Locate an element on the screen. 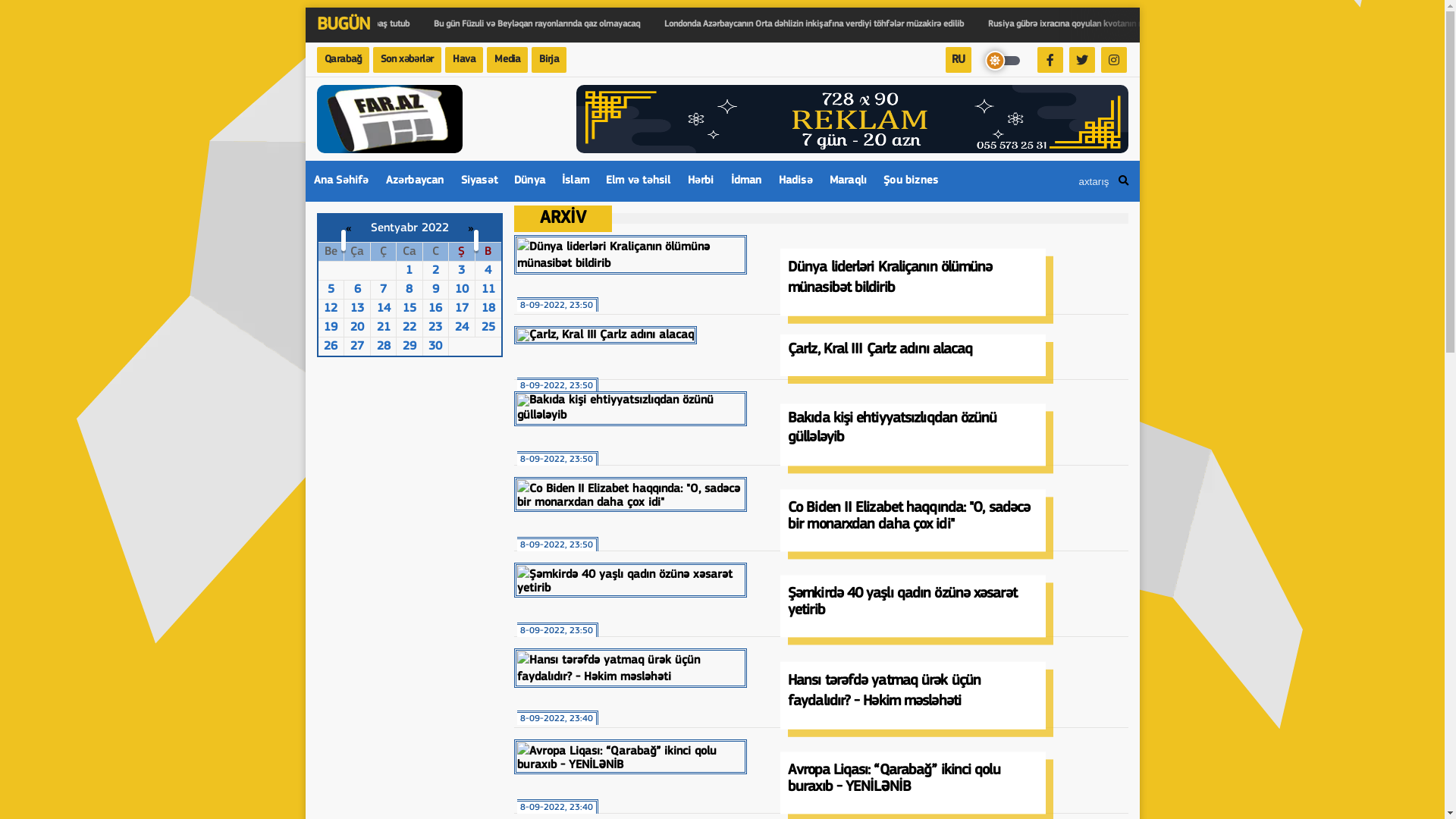 This screenshot has height=819, width=1456. 'RU' is located at coordinates (957, 58).